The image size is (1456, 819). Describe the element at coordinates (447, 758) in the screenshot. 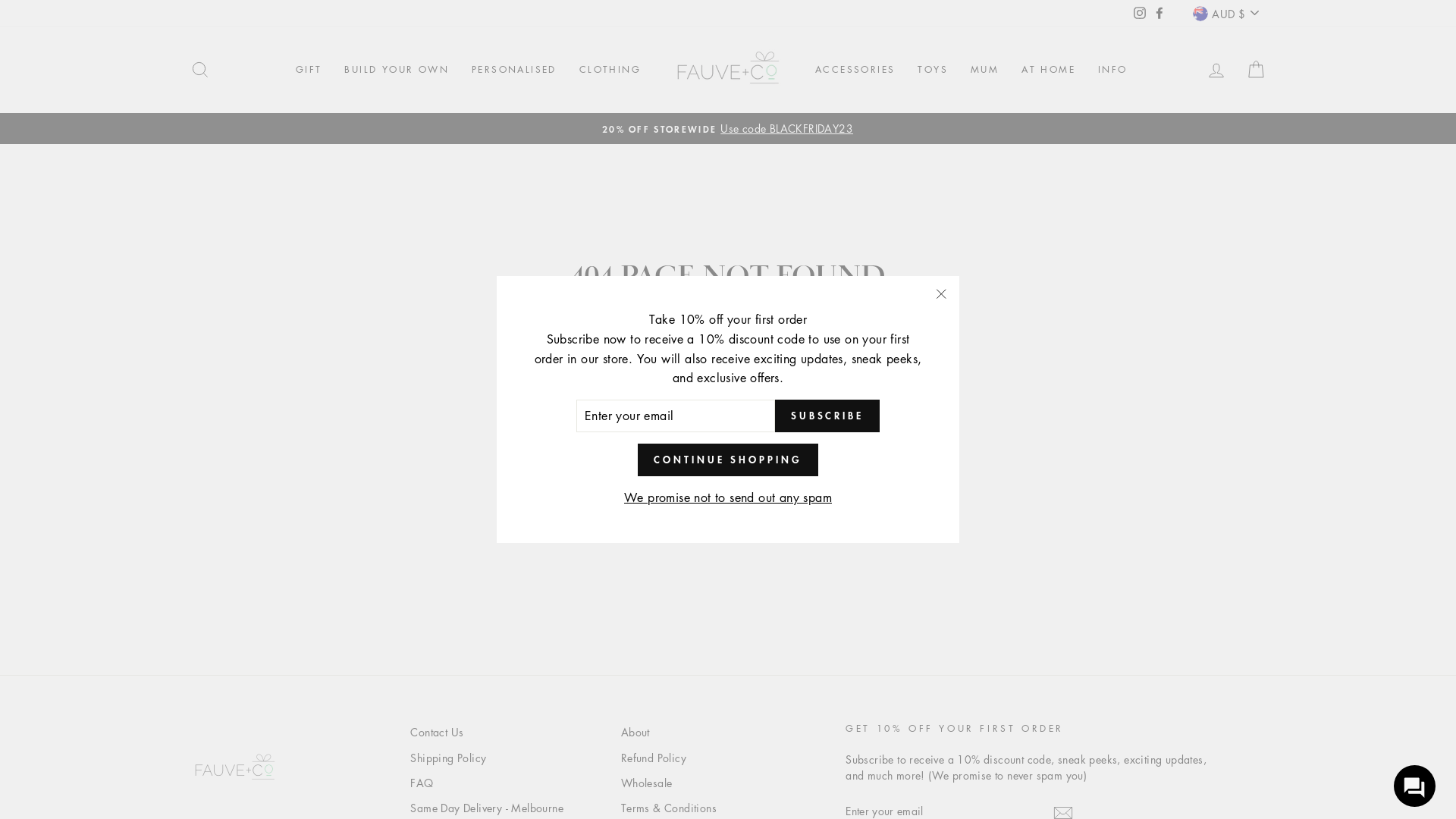

I see `'Shipping Policy'` at that location.